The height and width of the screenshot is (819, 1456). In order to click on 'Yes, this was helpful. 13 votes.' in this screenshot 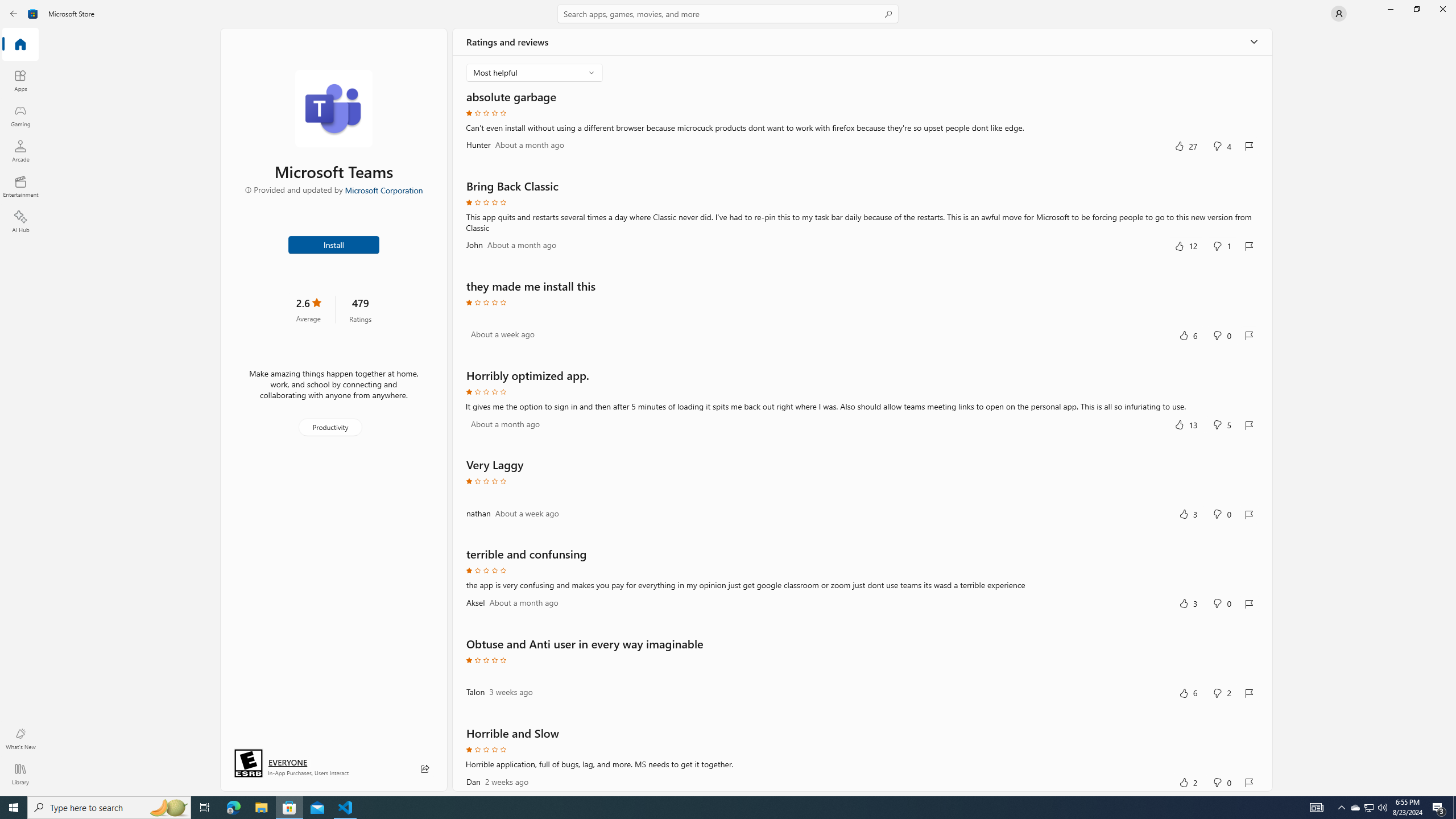, I will do `click(1185, 424)`.